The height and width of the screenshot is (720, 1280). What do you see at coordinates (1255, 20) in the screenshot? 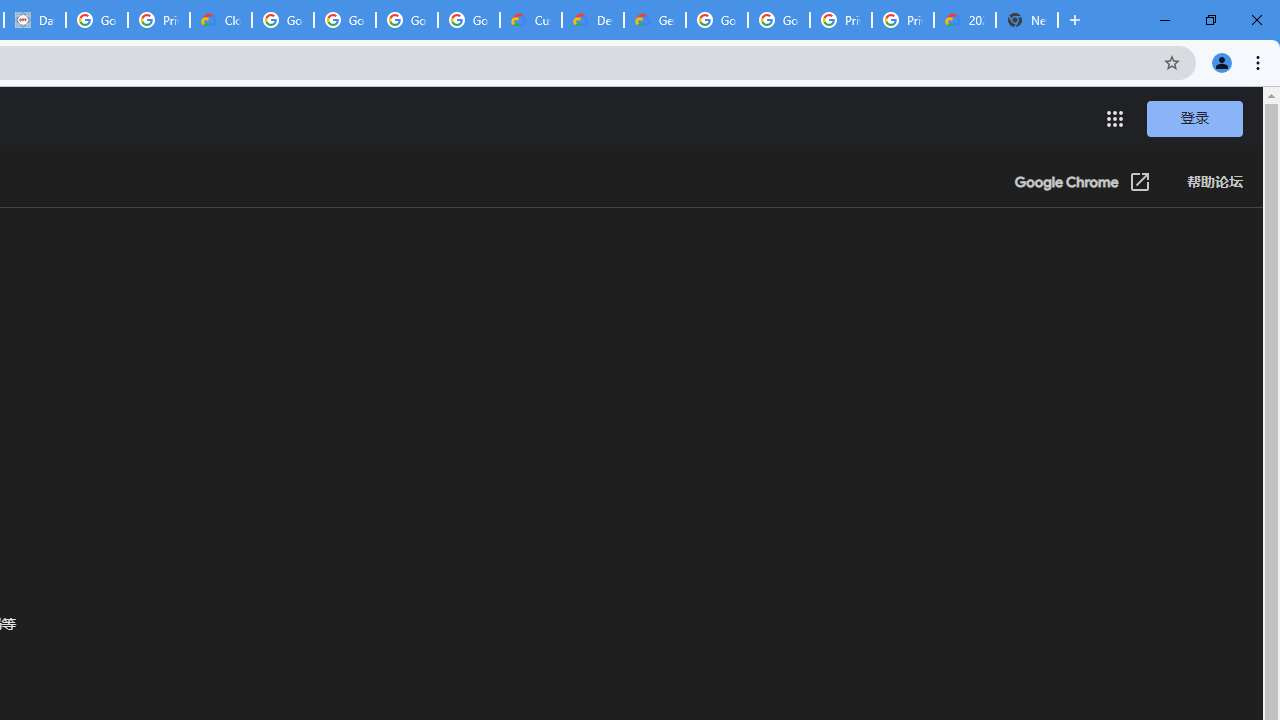
I see `'Close'` at bounding box center [1255, 20].